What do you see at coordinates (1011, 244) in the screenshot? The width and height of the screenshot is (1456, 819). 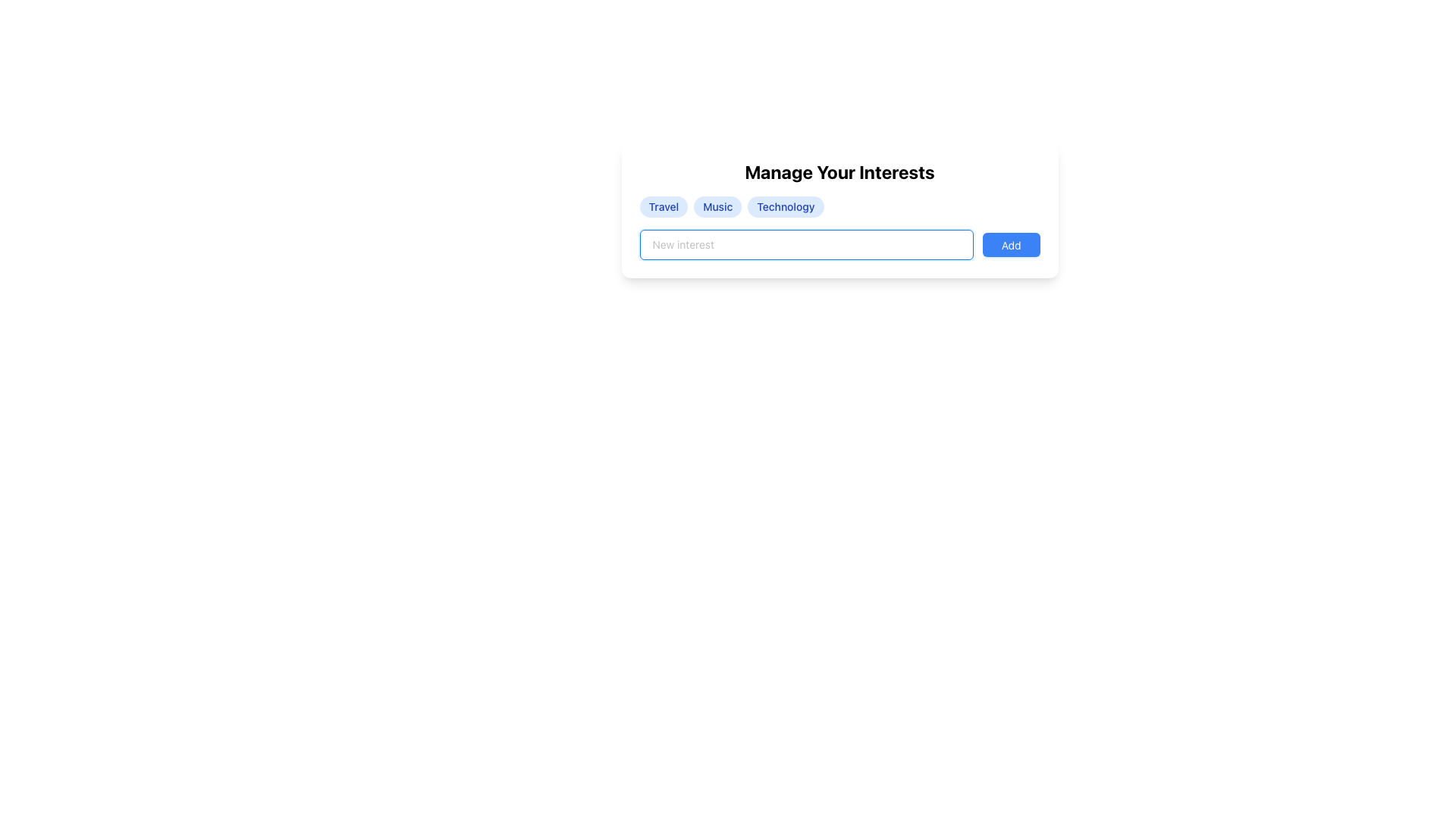 I see `the 'Add' button, which is a blue rectangular button with white text` at bounding box center [1011, 244].